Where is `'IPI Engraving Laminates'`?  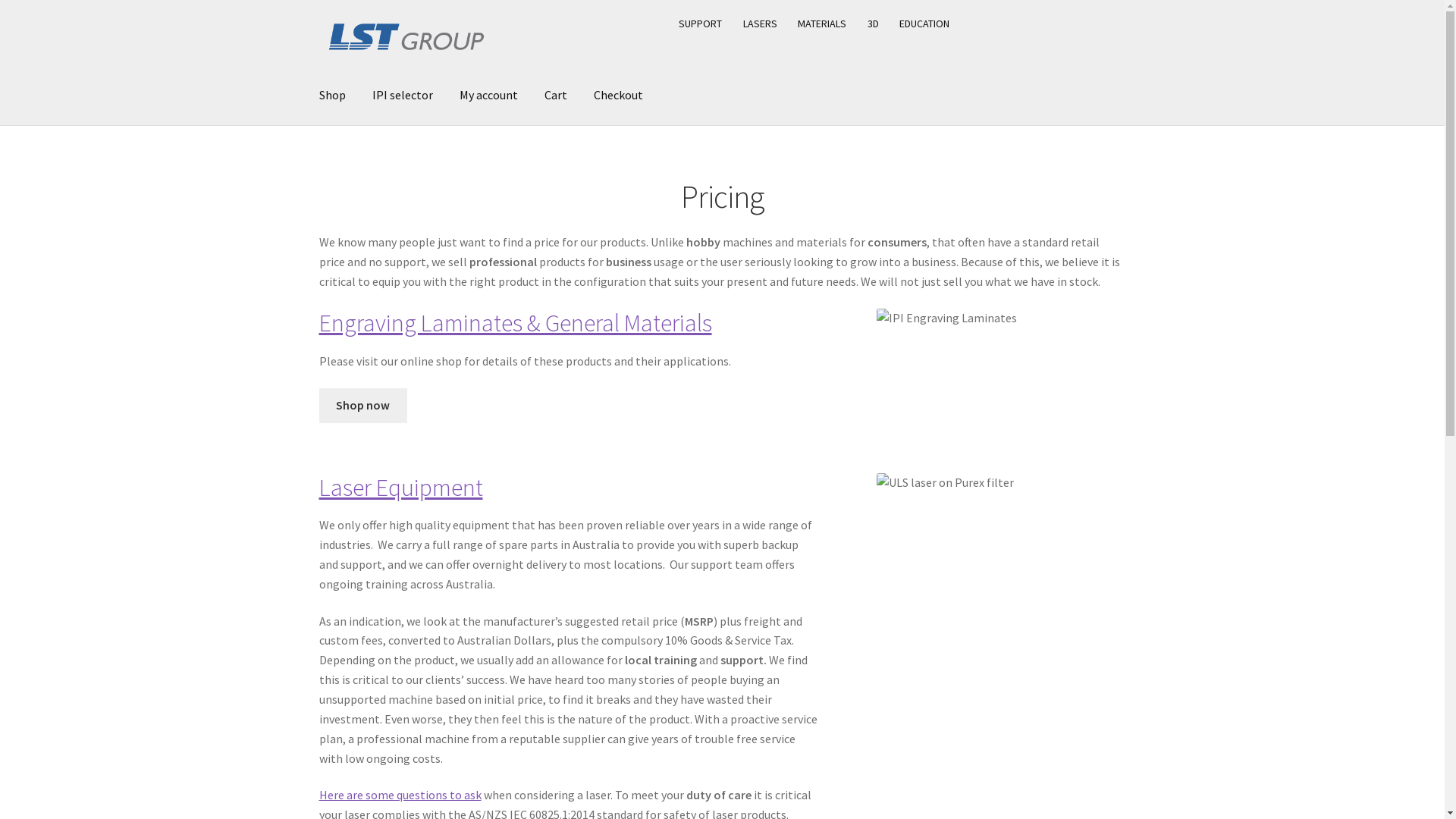
'IPI Engraving Laminates' is located at coordinates (877, 318).